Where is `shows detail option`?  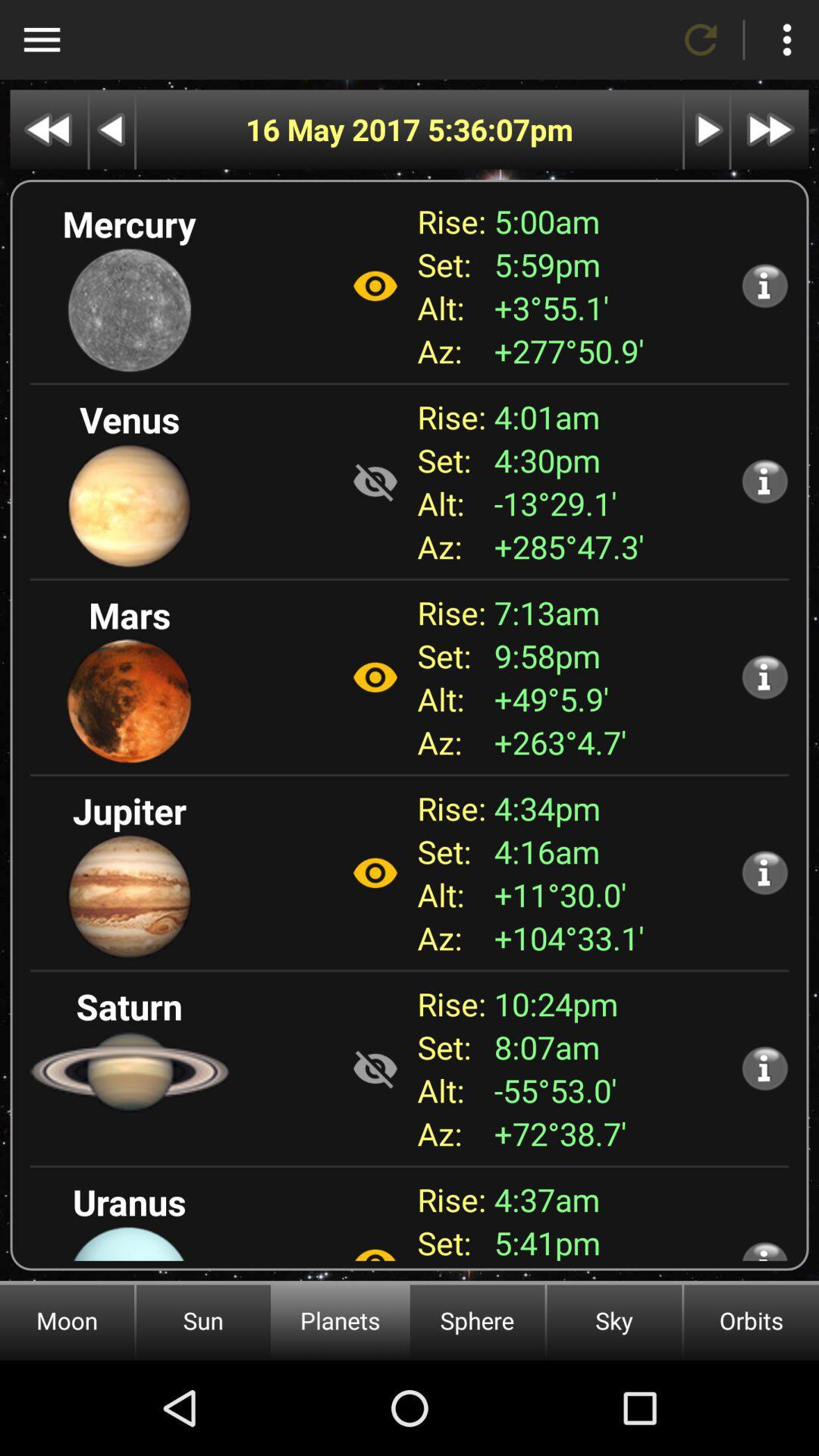
shows detail option is located at coordinates (764, 872).